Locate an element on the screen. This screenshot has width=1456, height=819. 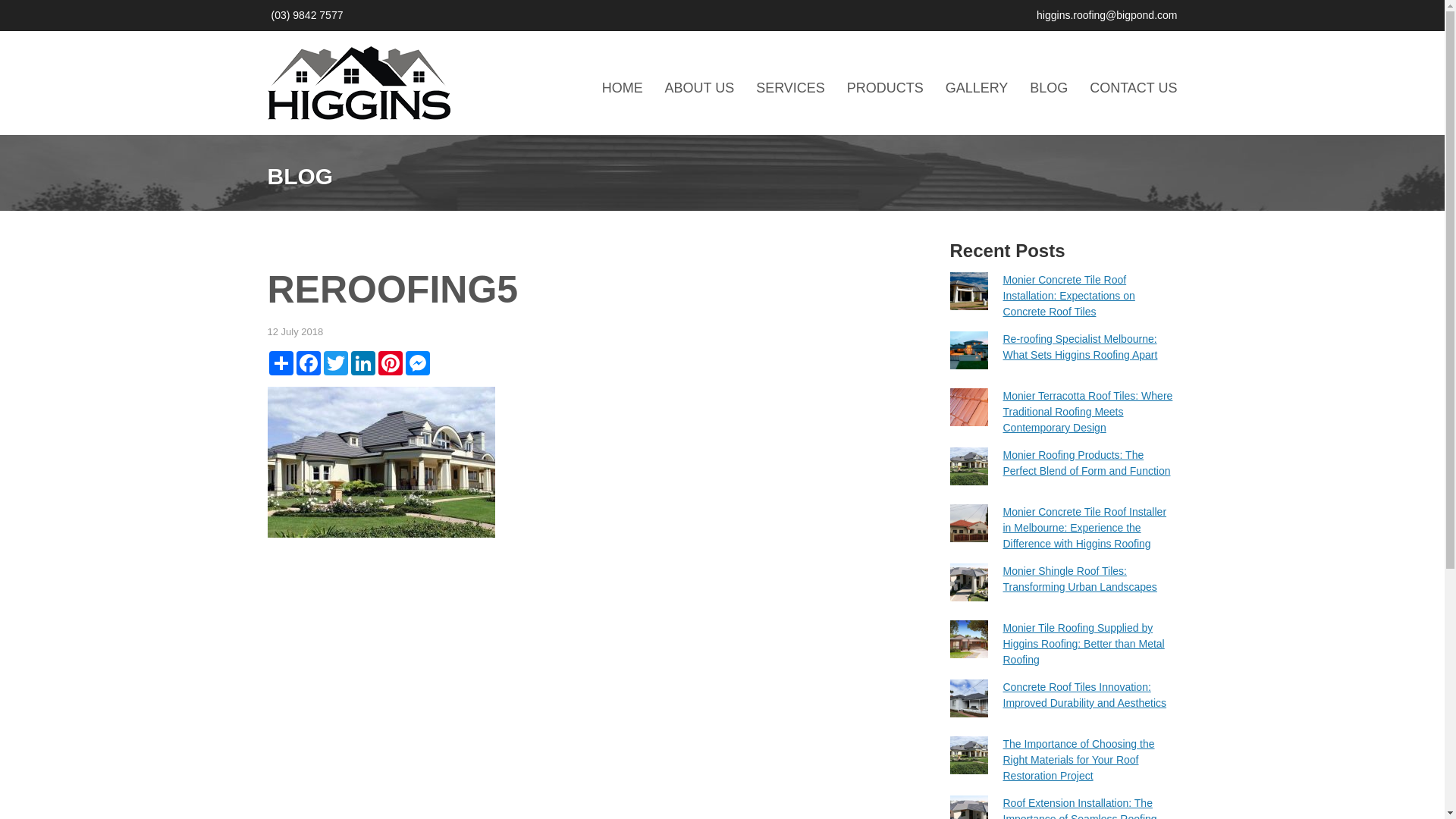
'Facebook' is located at coordinates (307, 362).